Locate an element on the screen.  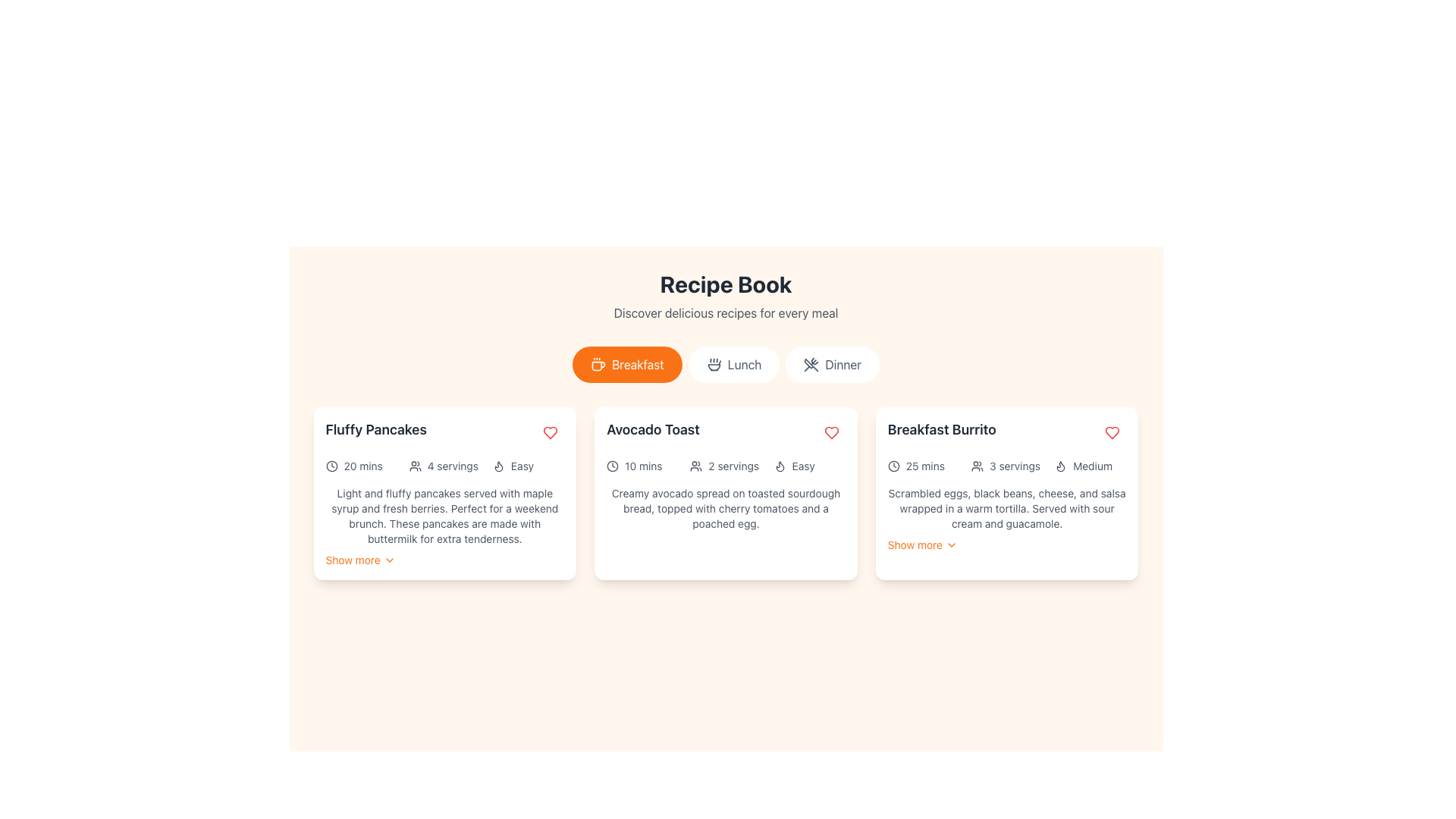
the SVG Circle element which serves as a decorative part of the clock icon in the Recipe Book interface is located at coordinates (893, 465).